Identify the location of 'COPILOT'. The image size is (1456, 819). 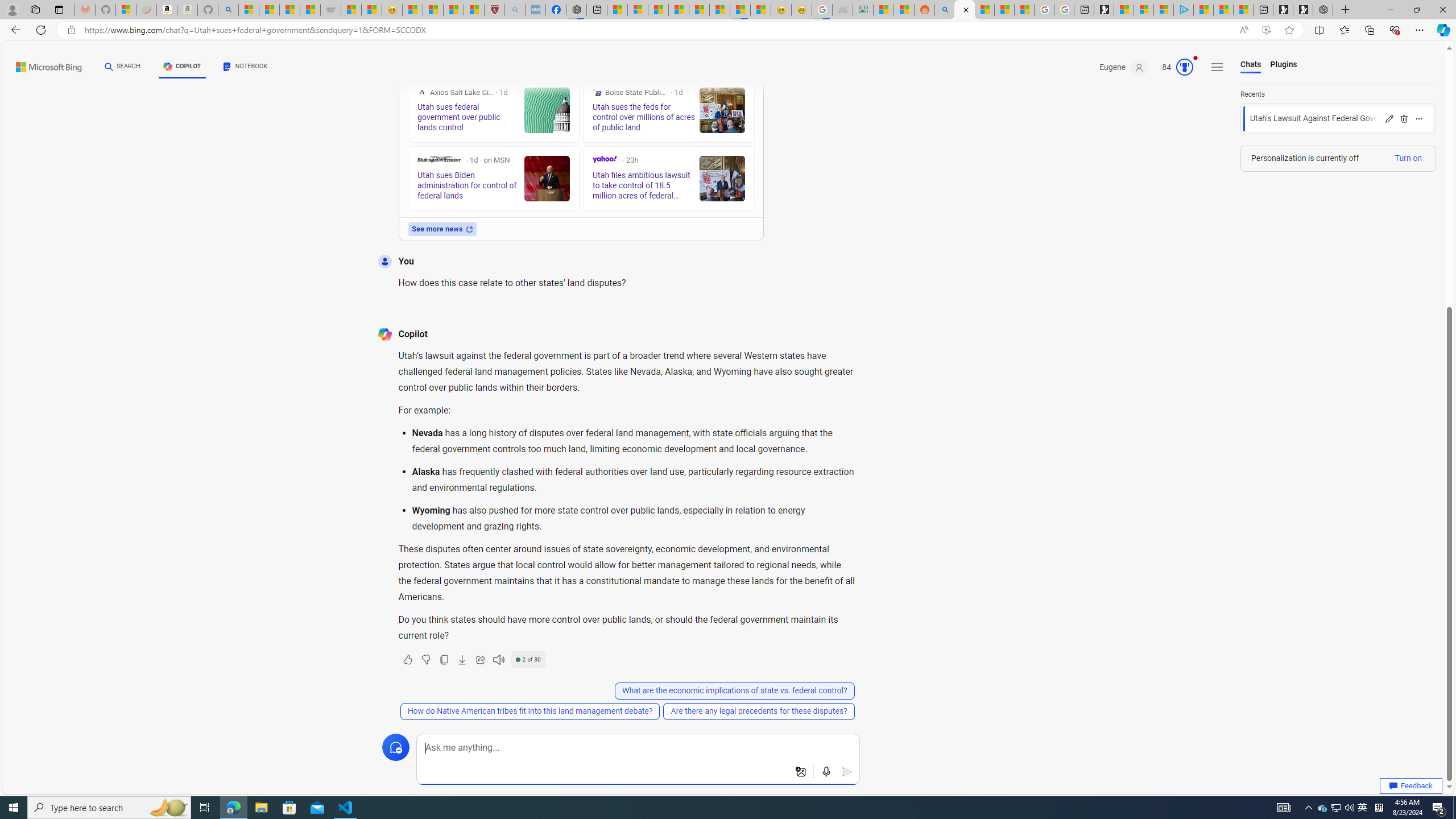
(181, 66).